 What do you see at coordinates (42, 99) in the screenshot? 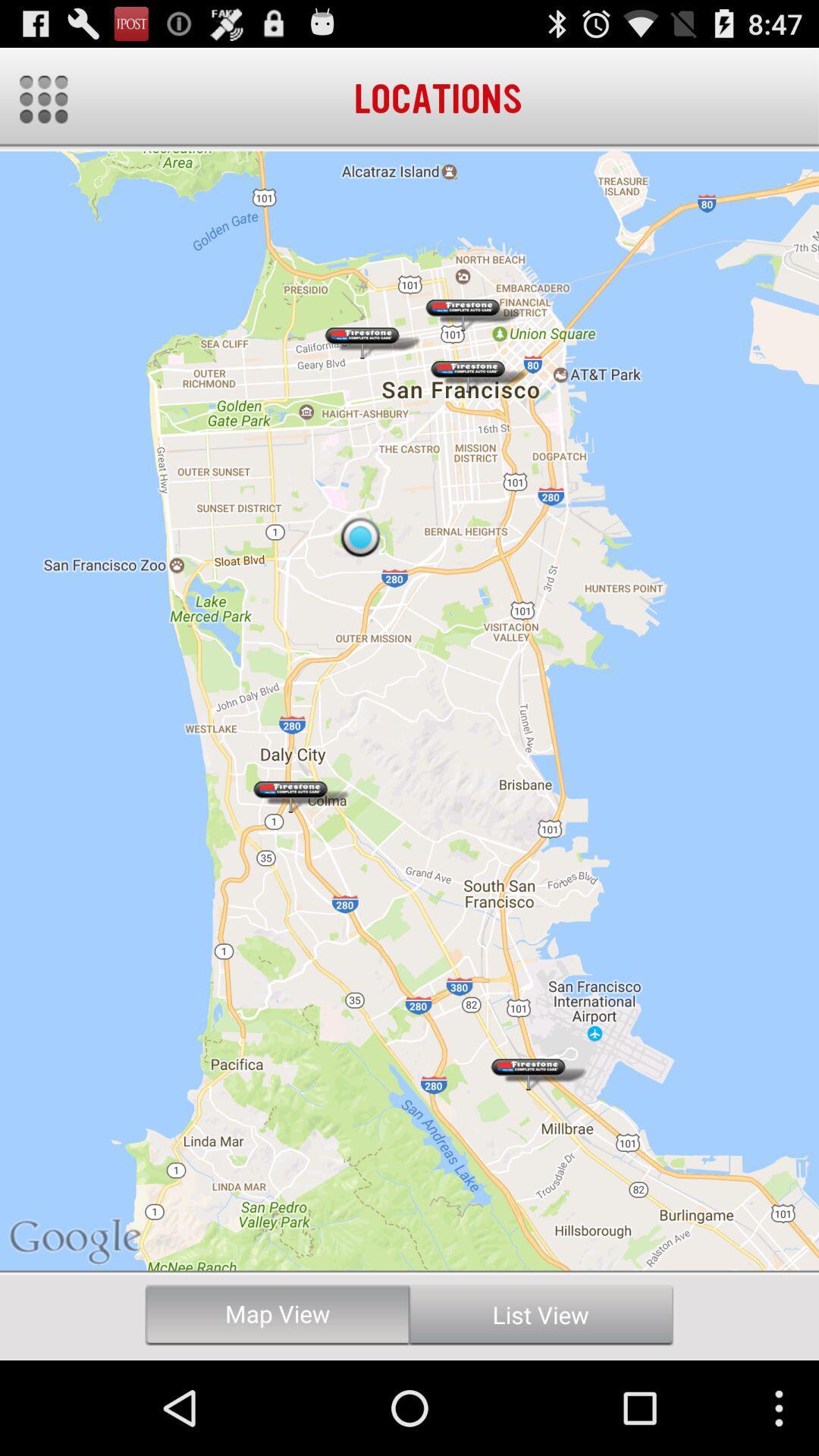
I see `options` at bounding box center [42, 99].